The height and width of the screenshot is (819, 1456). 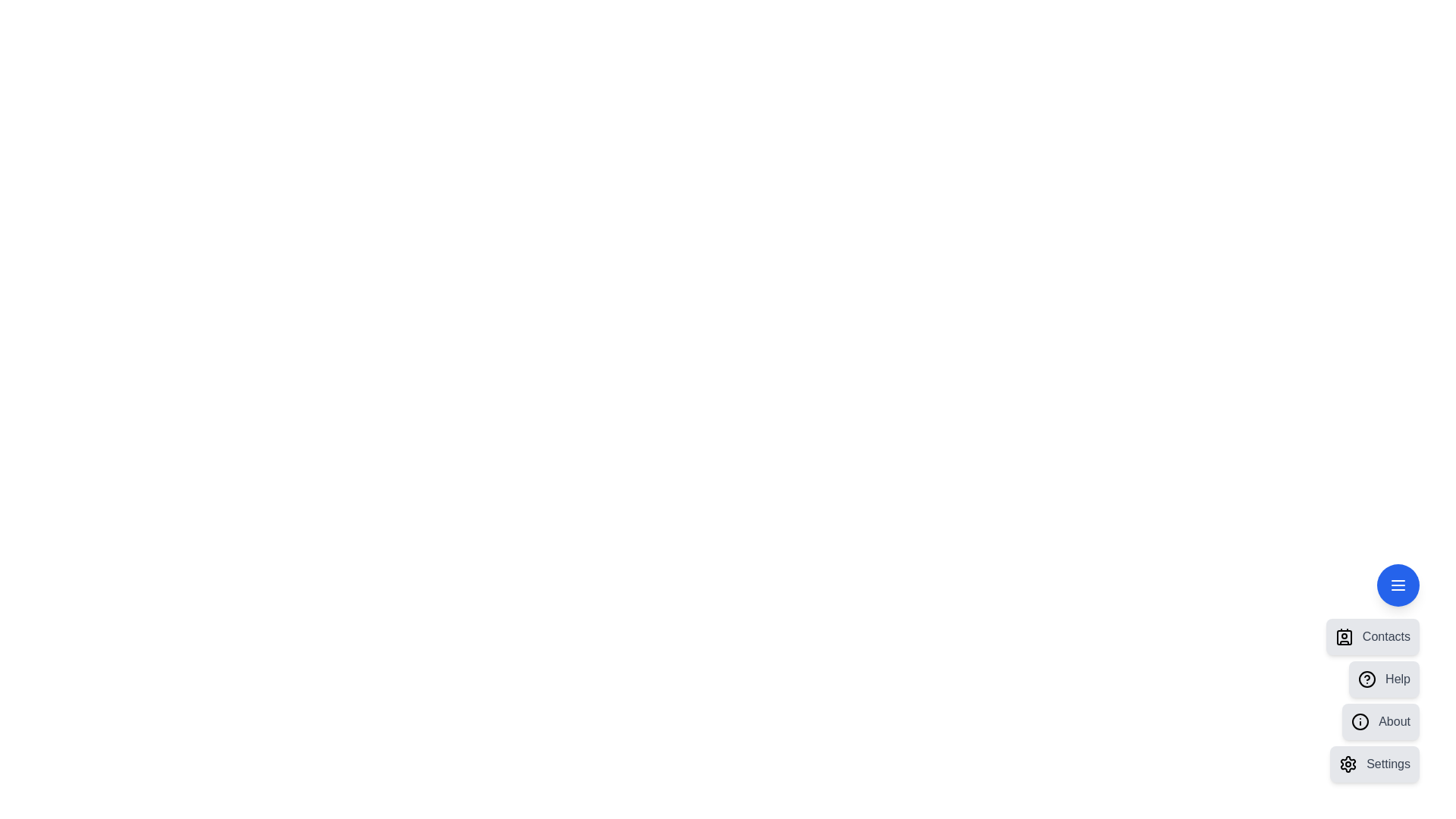 What do you see at coordinates (1397, 584) in the screenshot?
I see `the floating action button to toggle the menu` at bounding box center [1397, 584].